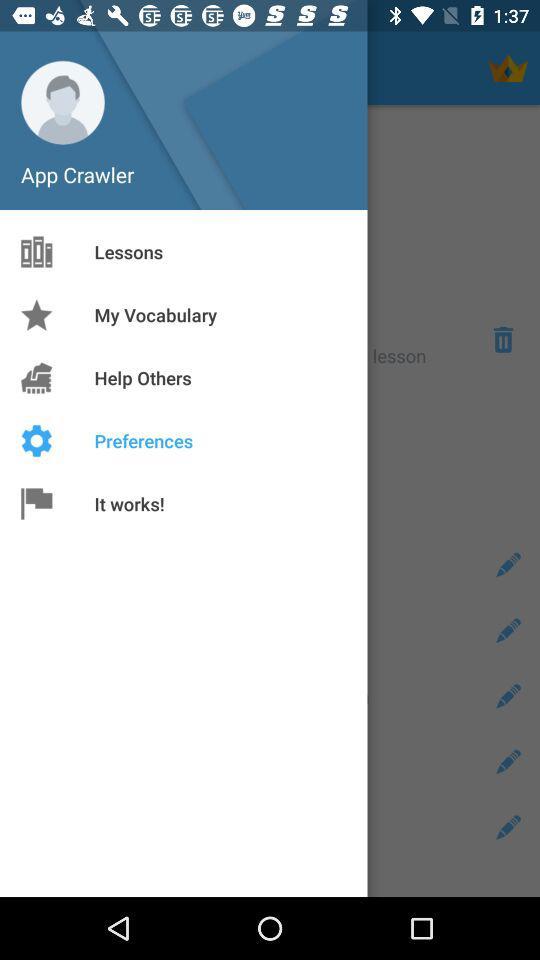 This screenshot has height=960, width=540. Describe the element at coordinates (508, 760) in the screenshot. I see `the edit icon` at that location.